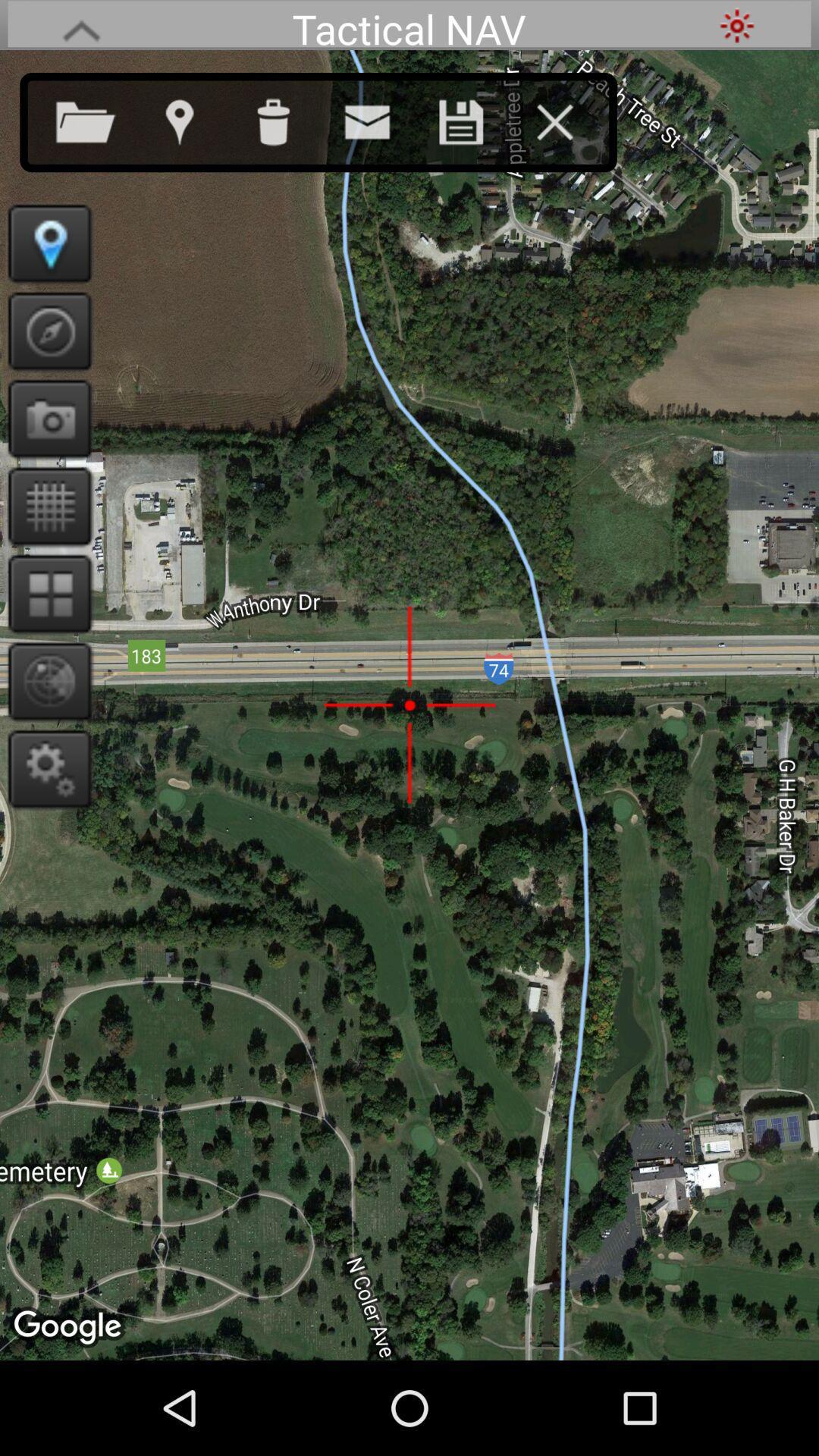  I want to click on the delete icon, so click(288, 127).